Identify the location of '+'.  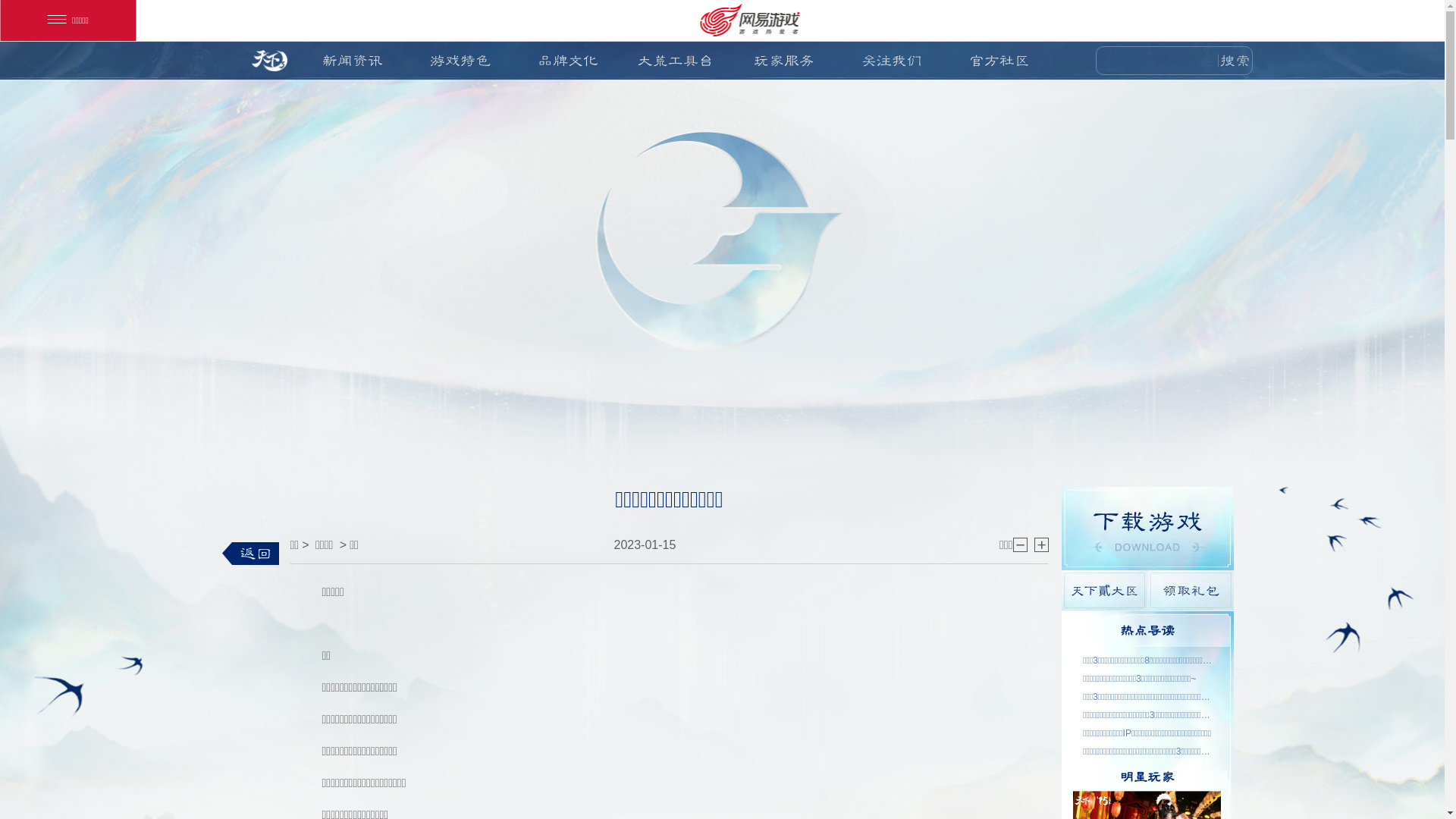
(1040, 544).